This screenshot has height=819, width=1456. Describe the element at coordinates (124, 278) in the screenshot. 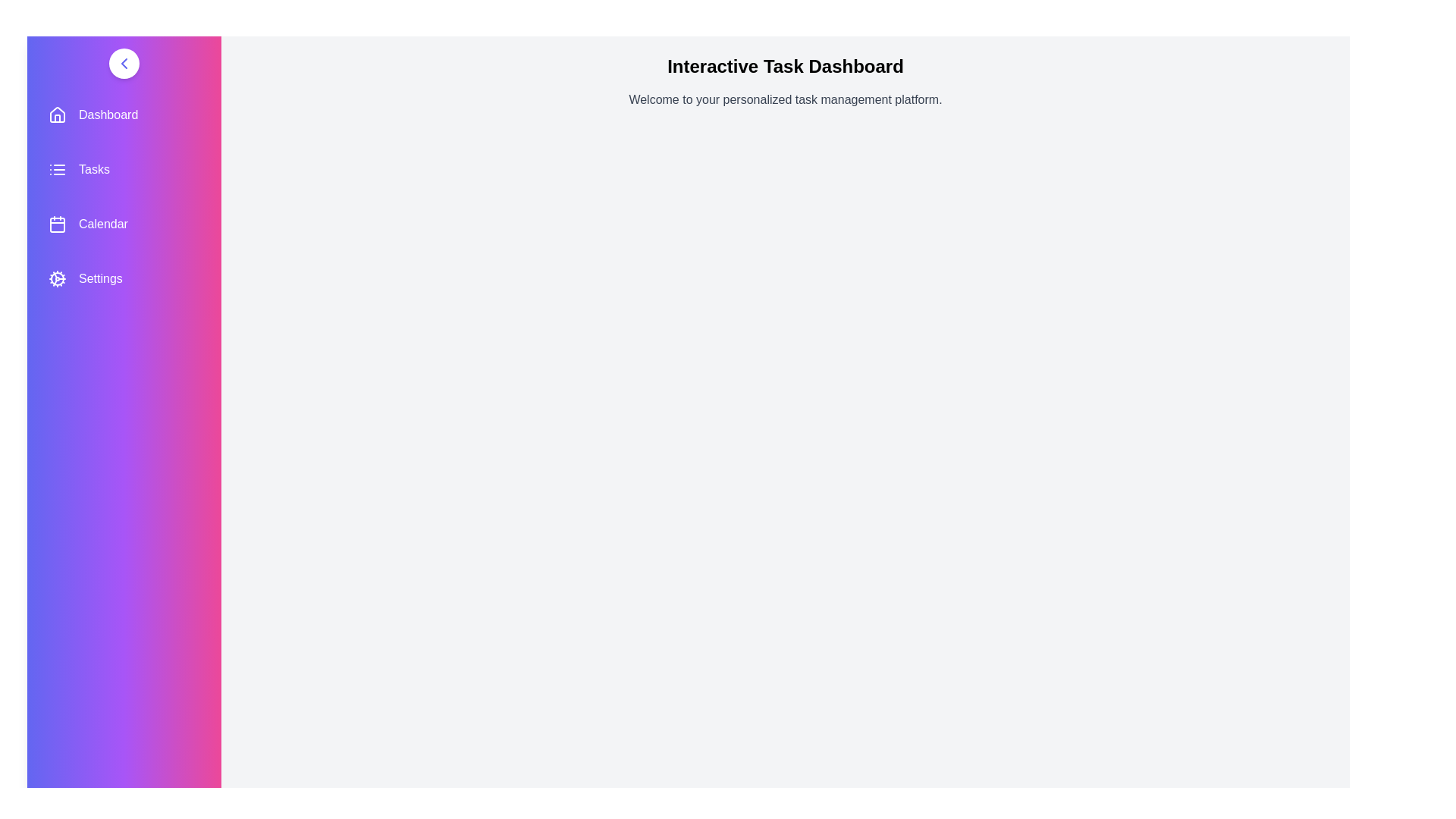

I see `the menu item labeled Settings to navigate to its section` at that location.